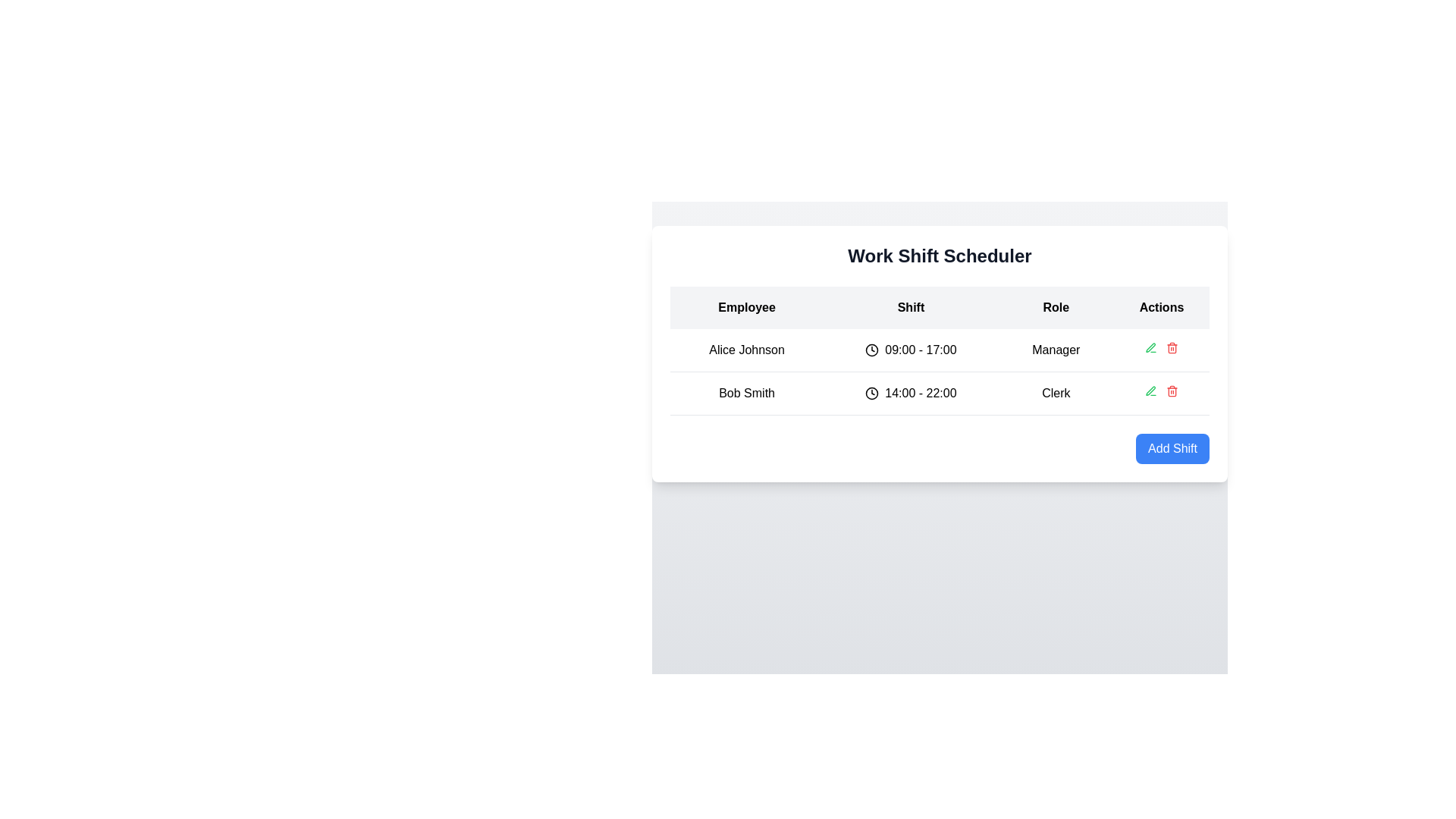  Describe the element at coordinates (747, 350) in the screenshot. I see `the text label displaying 'Alice Johnson' located in the first row of the table under the 'Employee' column` at that location.